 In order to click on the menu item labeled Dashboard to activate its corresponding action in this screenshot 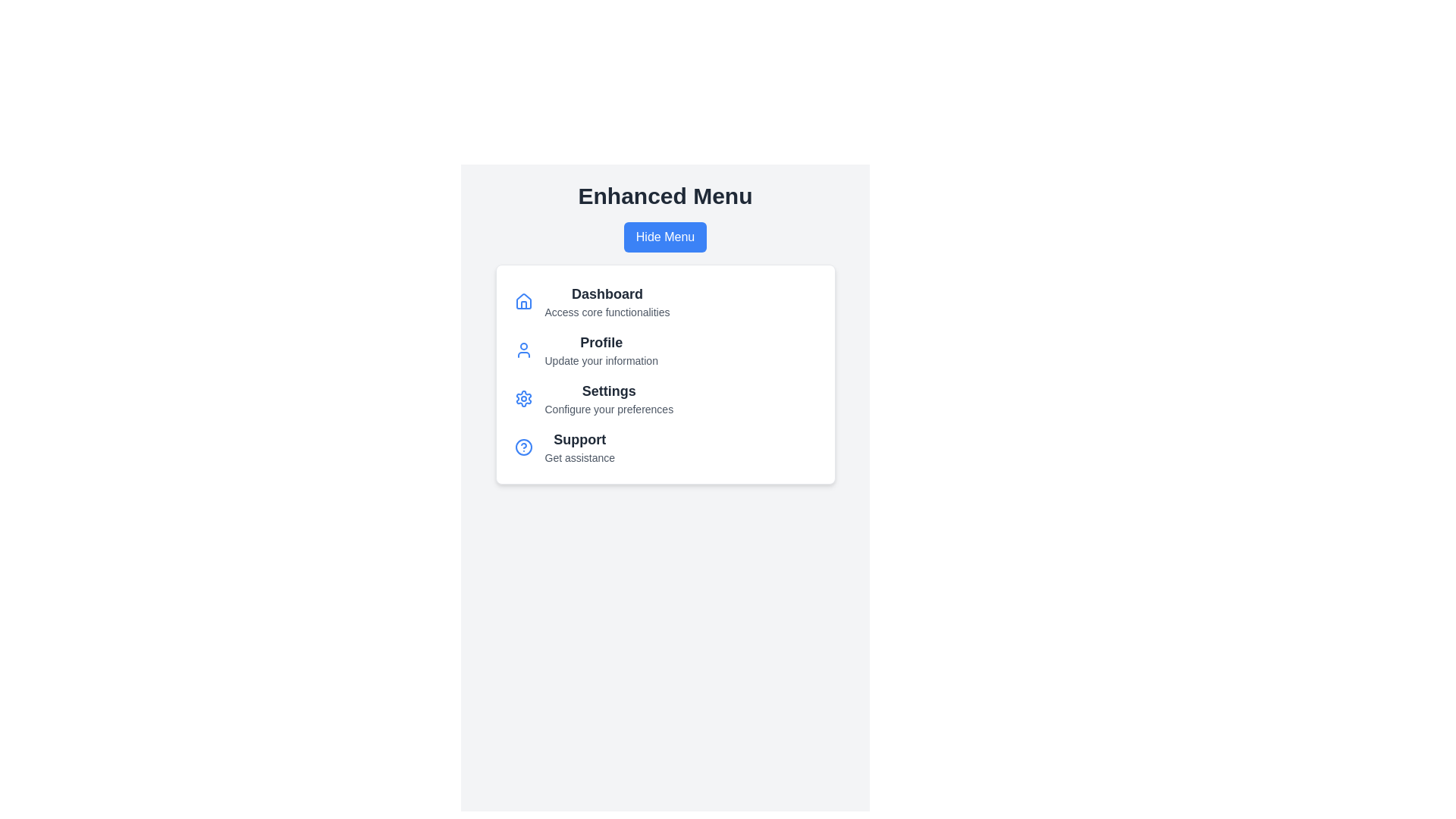, I will do `click(607, 294)`.